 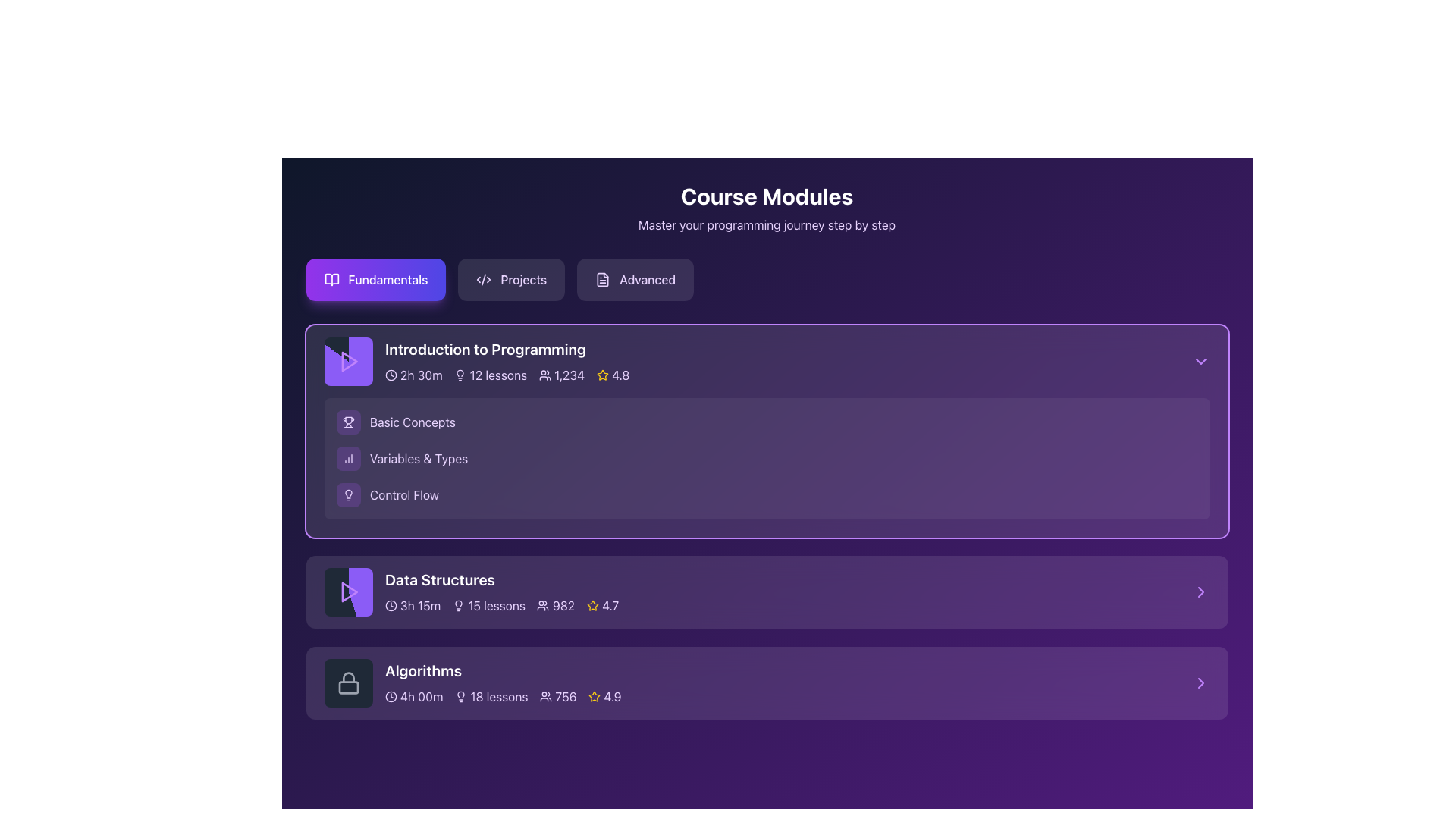 What do you see at coordinates (391, 604) in the screenshot?
I see `the graphical vector element representing the clock's circular boundary within the 'Data Structures' section` at bounding box center [391, 604].